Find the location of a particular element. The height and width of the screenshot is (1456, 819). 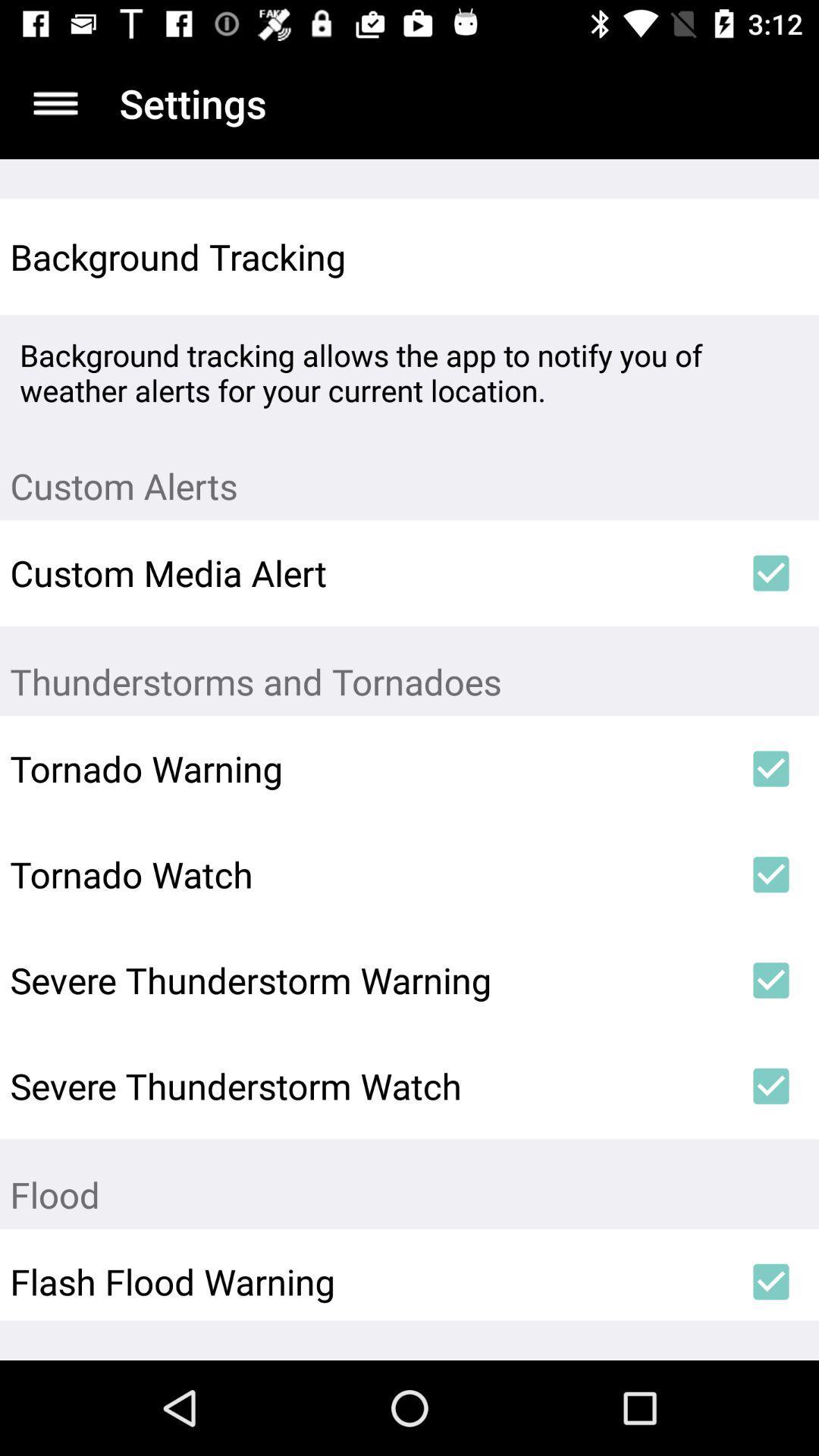

options is located at coordinates (55, 102).